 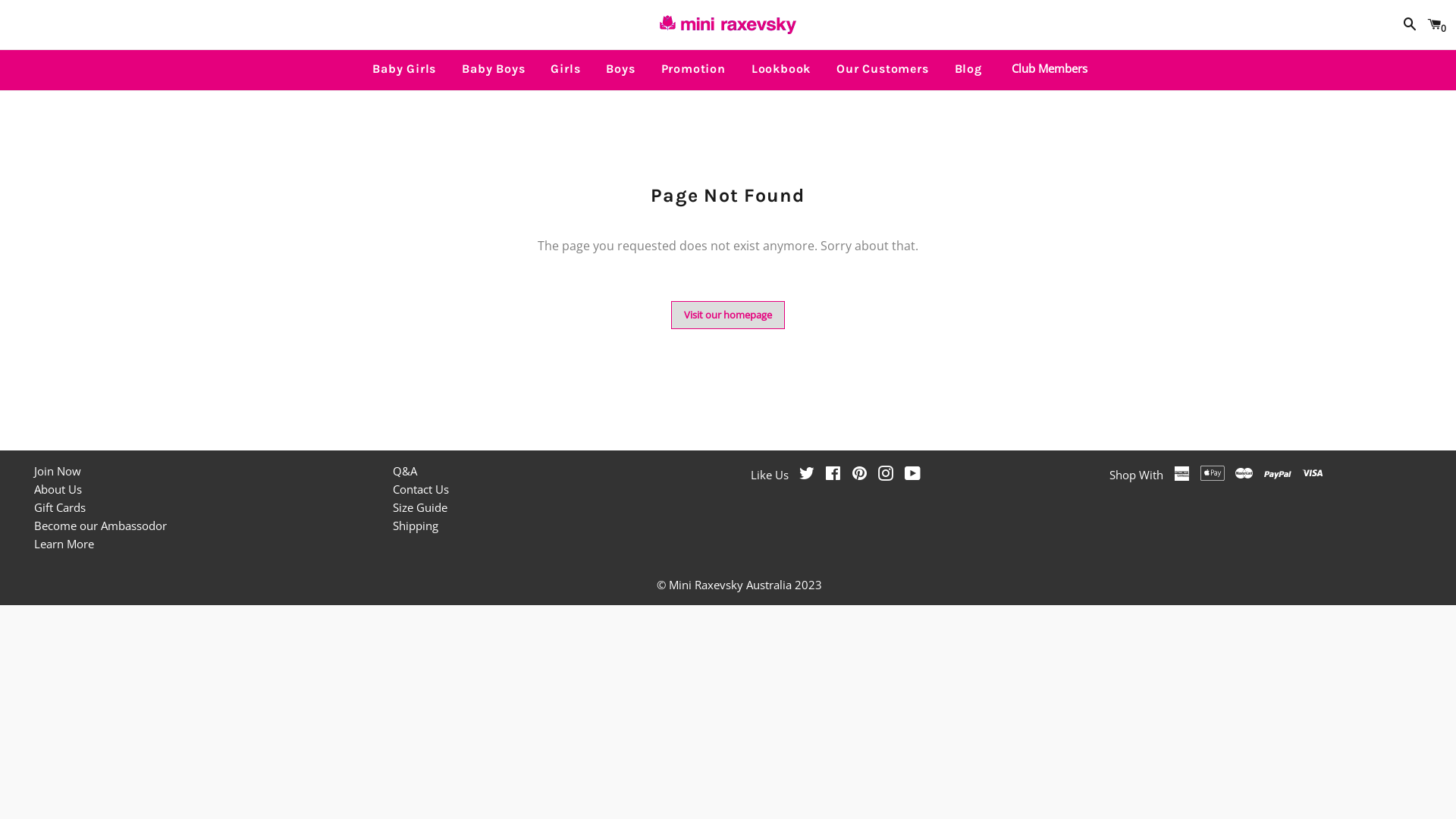 What do you see at coordinates (99, 525) in the screenshot?
I see `'Become our Ambassodor'` at bounding box center [99, 525].